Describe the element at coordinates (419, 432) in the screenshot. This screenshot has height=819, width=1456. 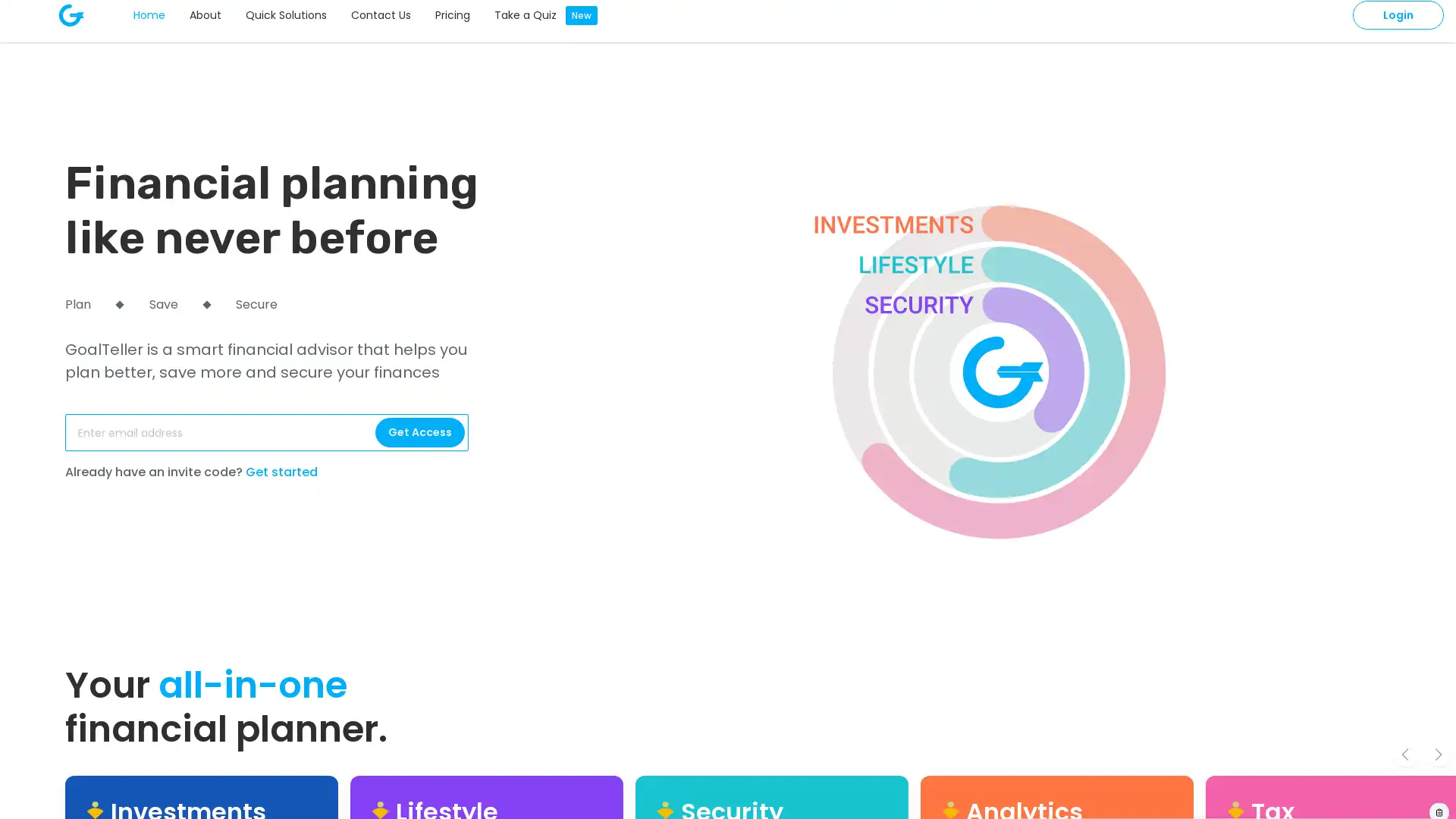
I see `Get Access` at that location.